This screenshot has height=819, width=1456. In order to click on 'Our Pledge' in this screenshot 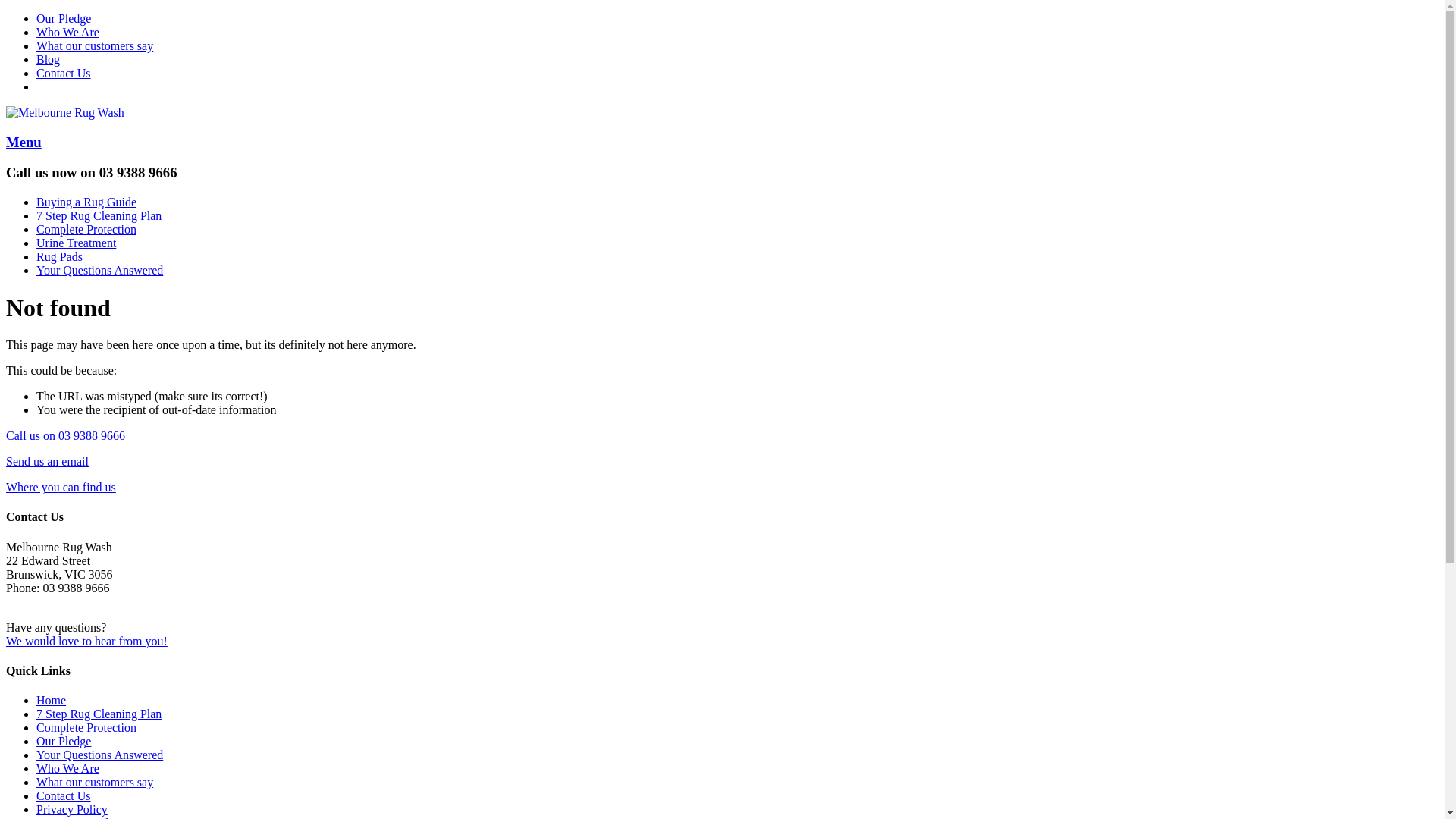, I will do `click(36, 740)`.